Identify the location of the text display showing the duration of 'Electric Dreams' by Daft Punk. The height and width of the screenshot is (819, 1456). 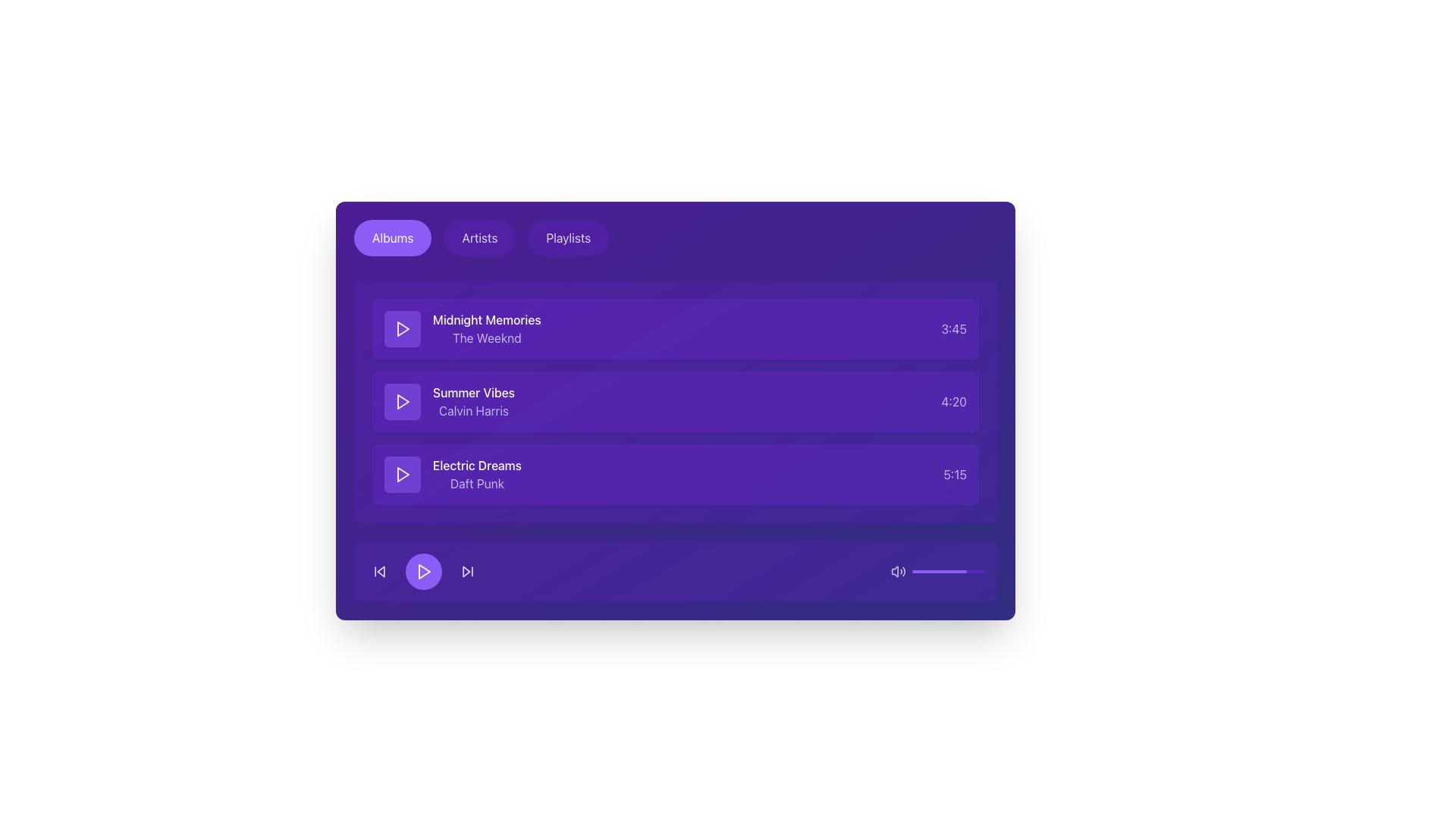
(954, 473).